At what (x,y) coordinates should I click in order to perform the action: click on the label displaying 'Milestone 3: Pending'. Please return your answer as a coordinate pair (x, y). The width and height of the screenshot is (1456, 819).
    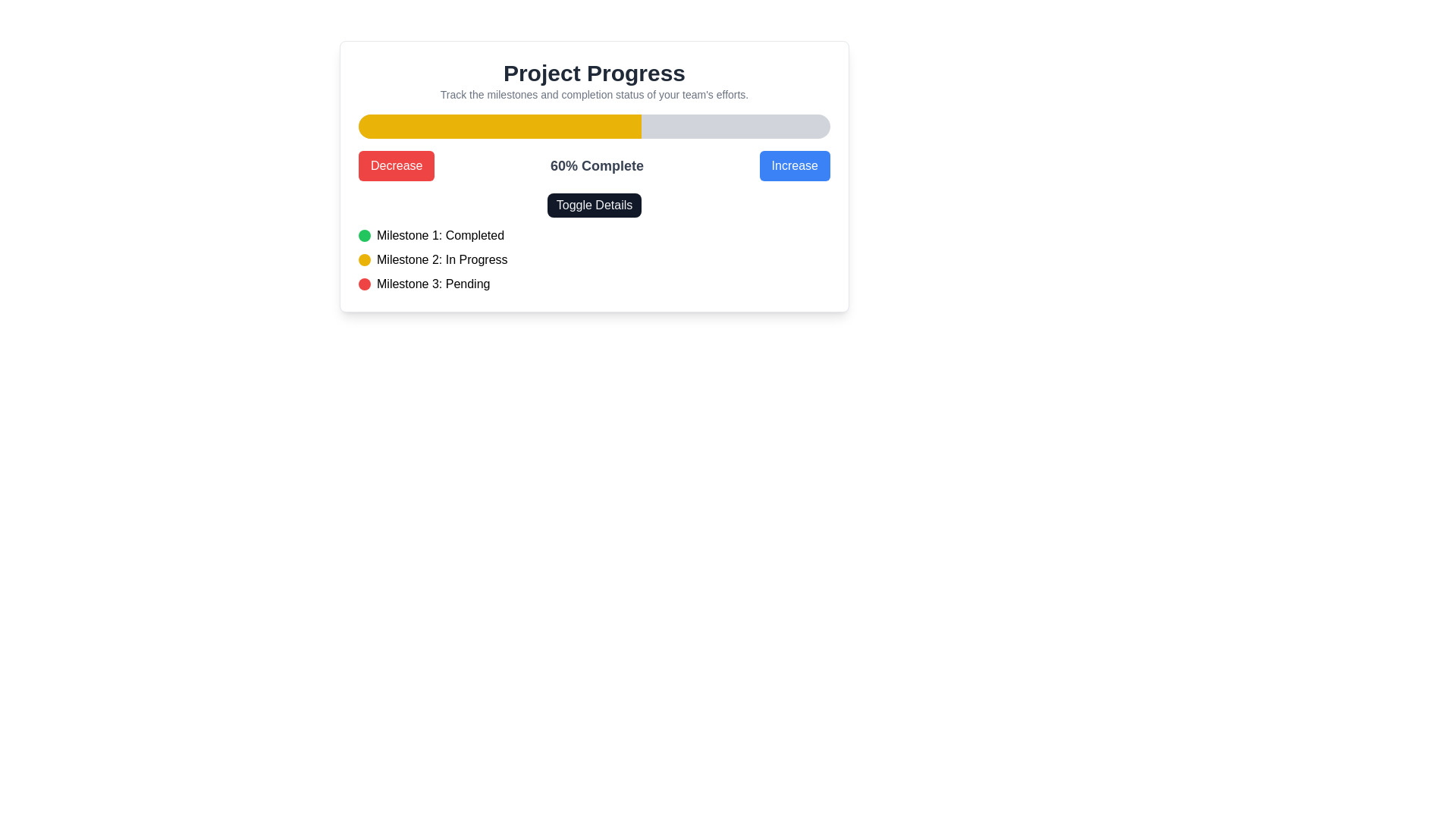
    Looking at the image, I should click on (432, 284).